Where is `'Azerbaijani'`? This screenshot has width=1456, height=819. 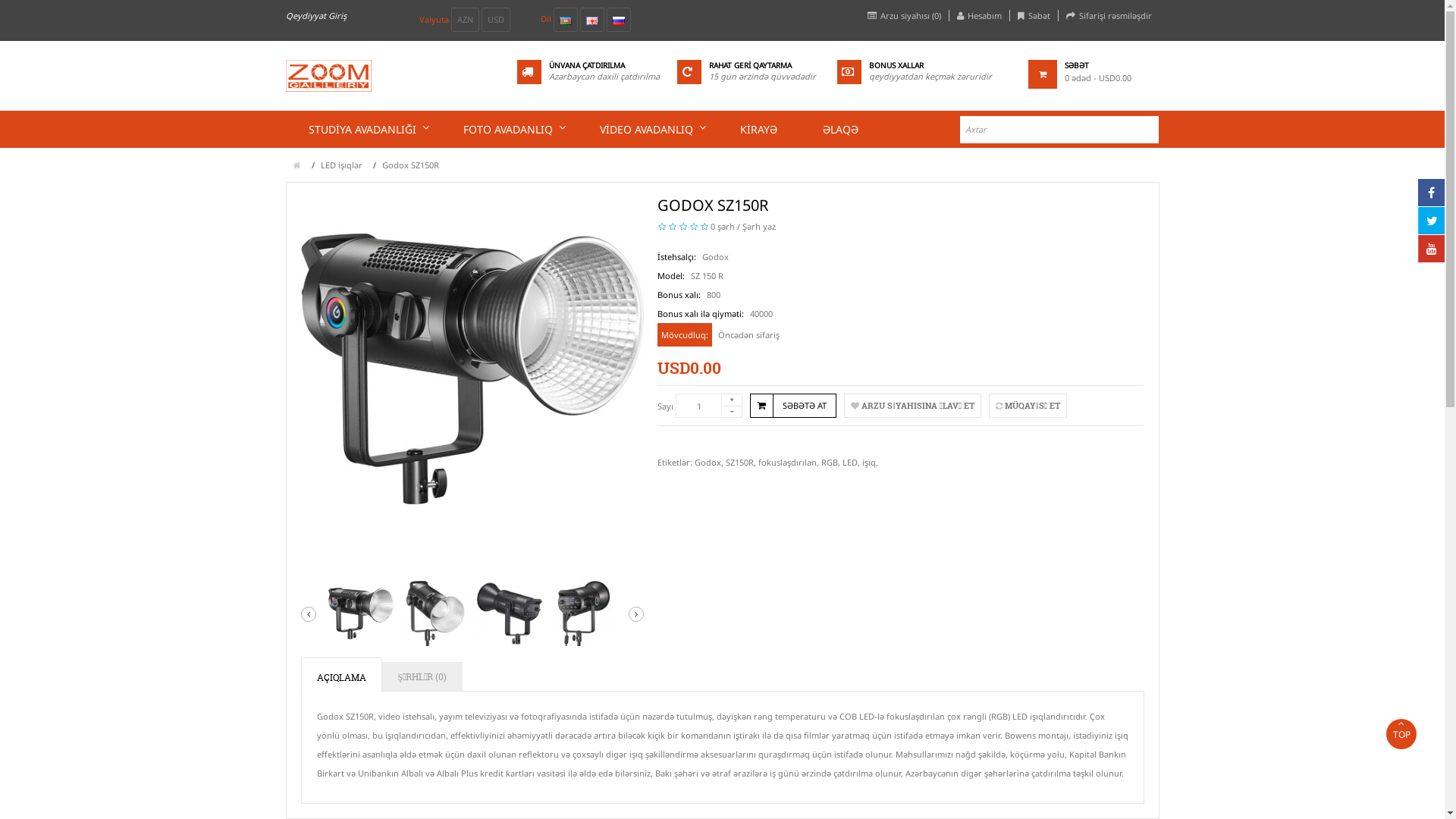 'Azerbaijani' is located at coordinates (559, 20).